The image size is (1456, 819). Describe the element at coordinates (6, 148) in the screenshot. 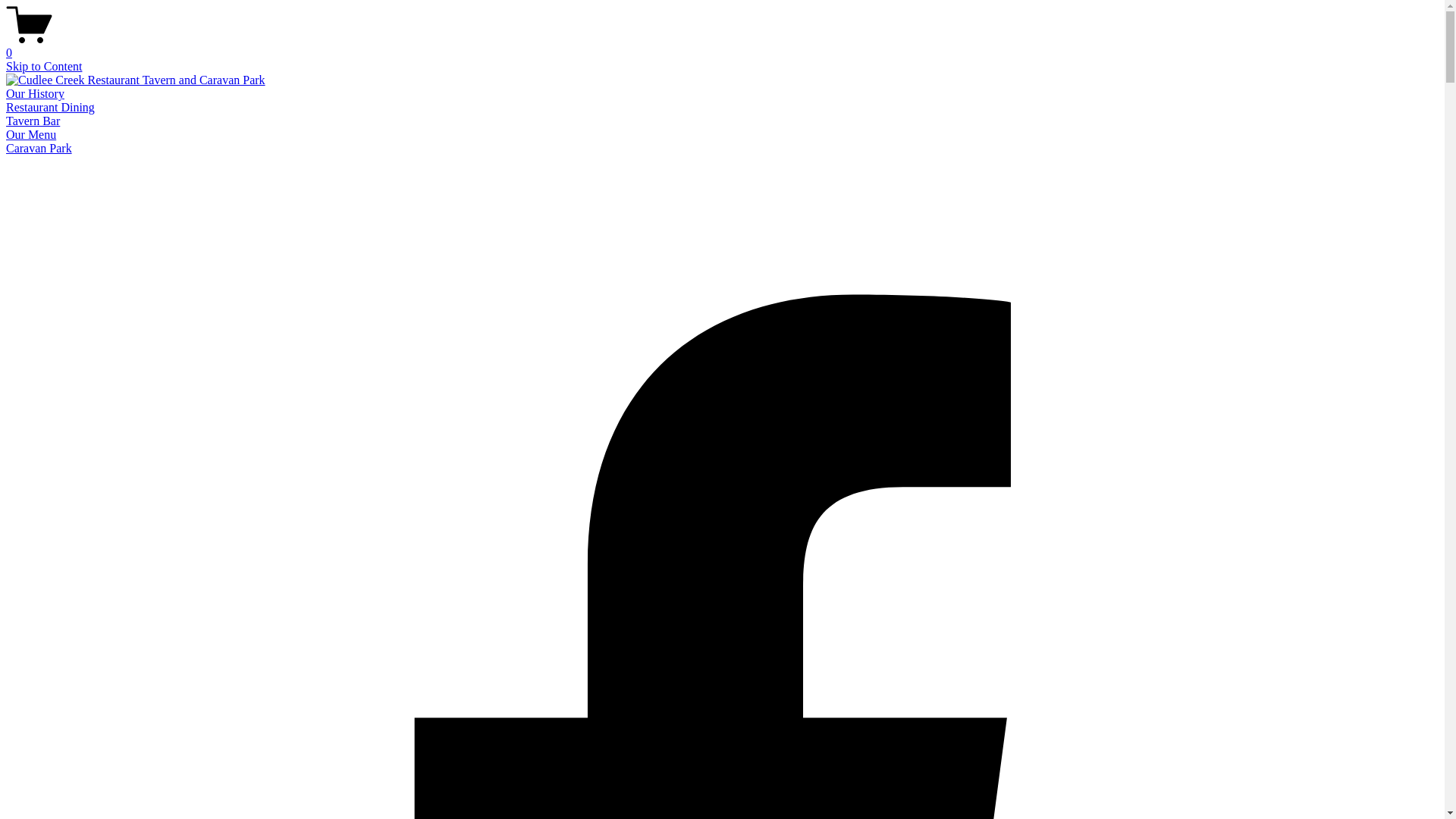

I see `'Caravan Park'` at that location.